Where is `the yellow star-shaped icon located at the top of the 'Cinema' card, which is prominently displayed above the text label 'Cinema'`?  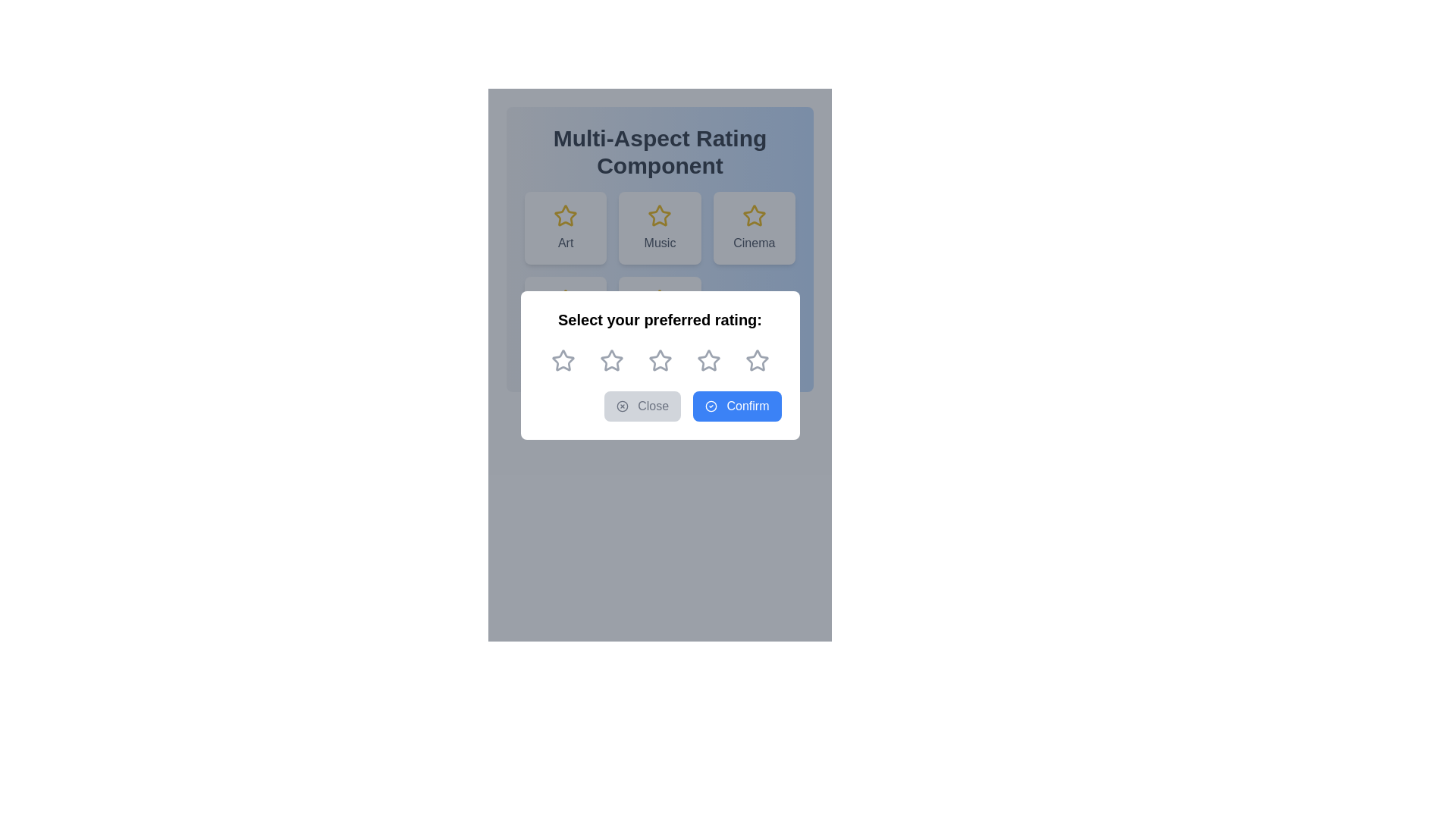 the yellow star-shaped icon located at the top of the 'Cinema' card, which is prominently displayed above the text label 'Cinema' is located at coordinates (754, 216).